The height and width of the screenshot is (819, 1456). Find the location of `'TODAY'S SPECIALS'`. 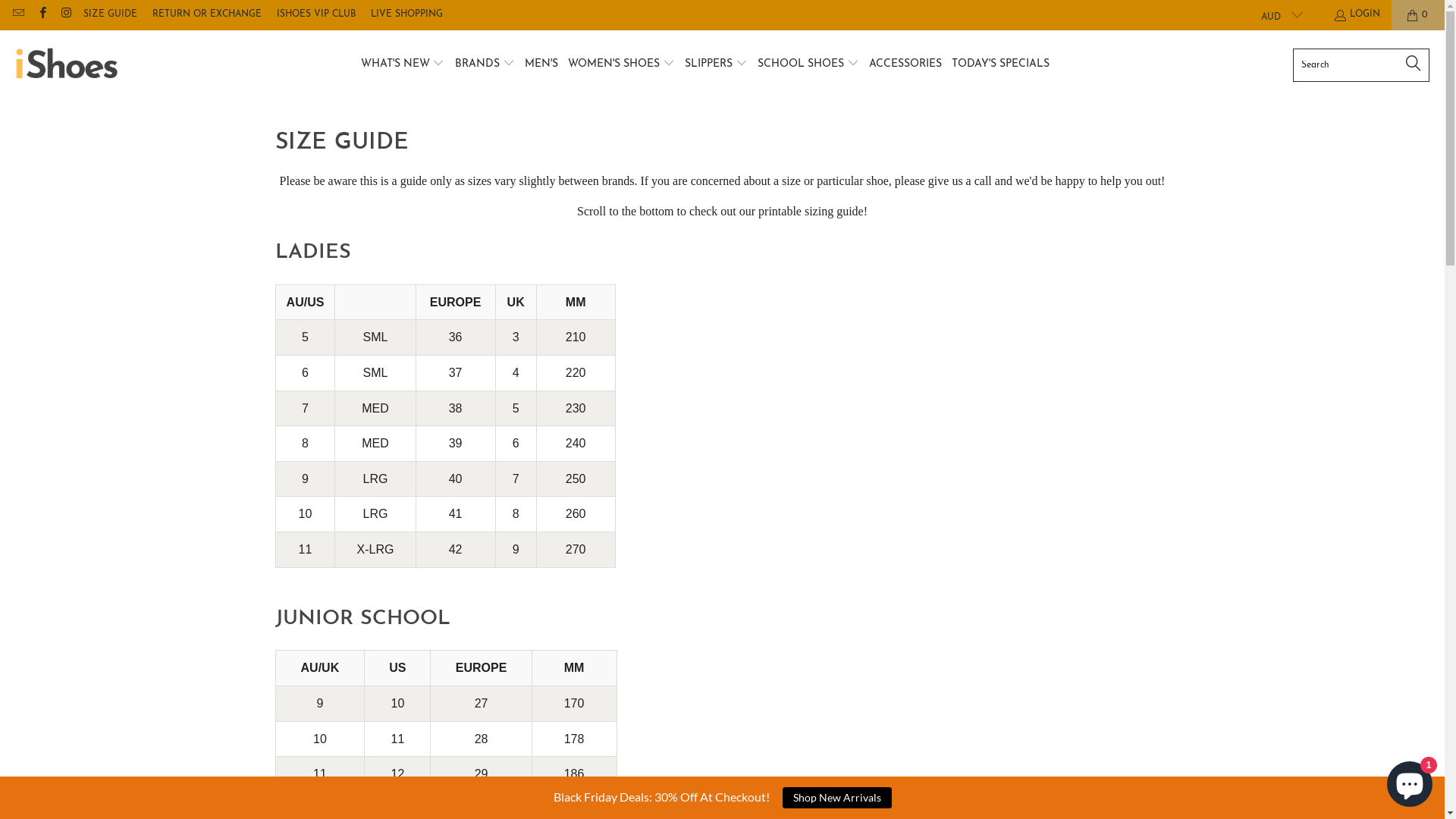

'TODAY'S SPECIALS' is located at coordinates (1000, 64).